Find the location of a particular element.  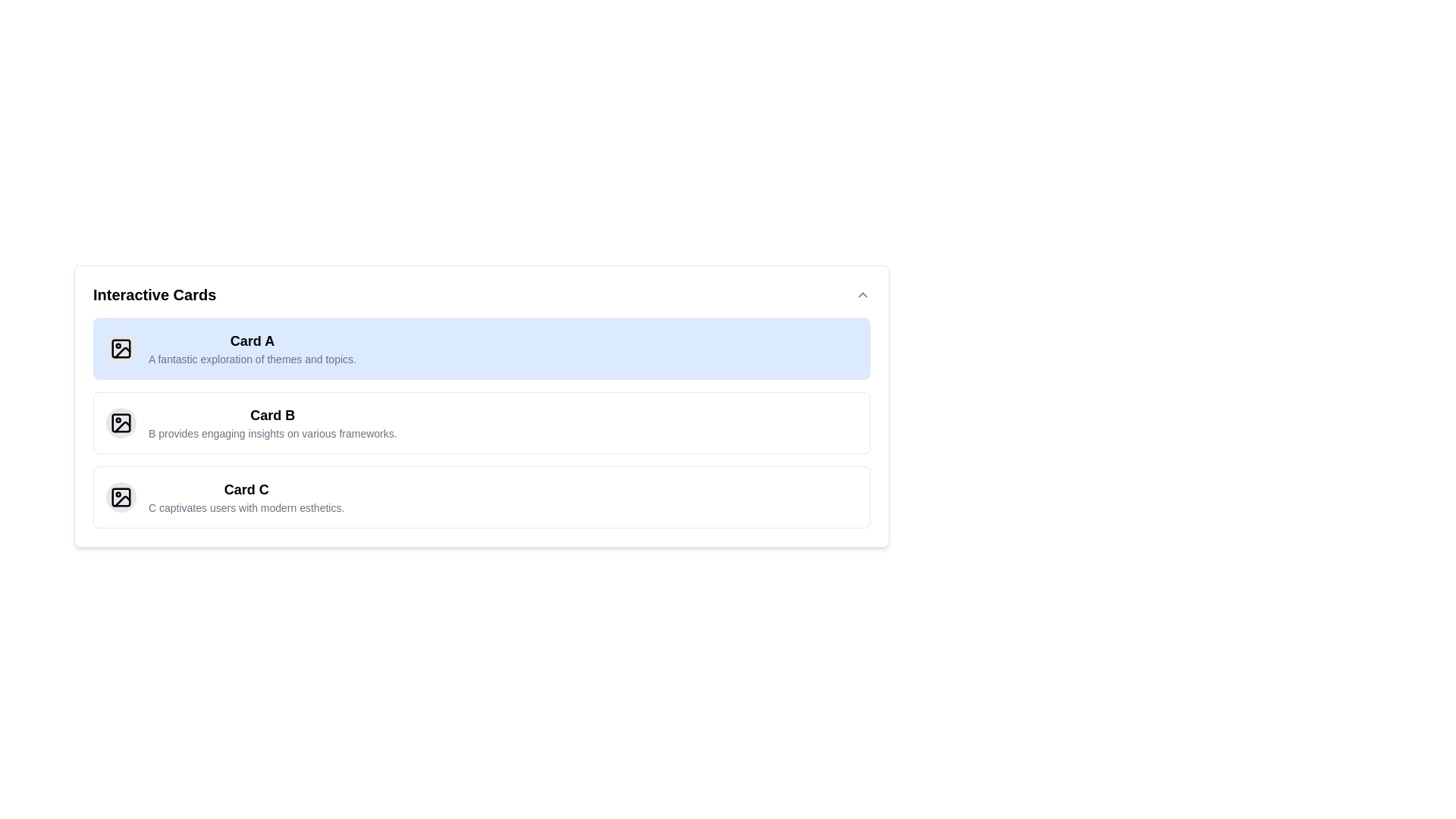

the small icon with a square frame and rounded corners, featuring a circular mark and a slanted line, located in the 'Card B' section under 'Interactive Cards' is located at coordinates (120, 423).